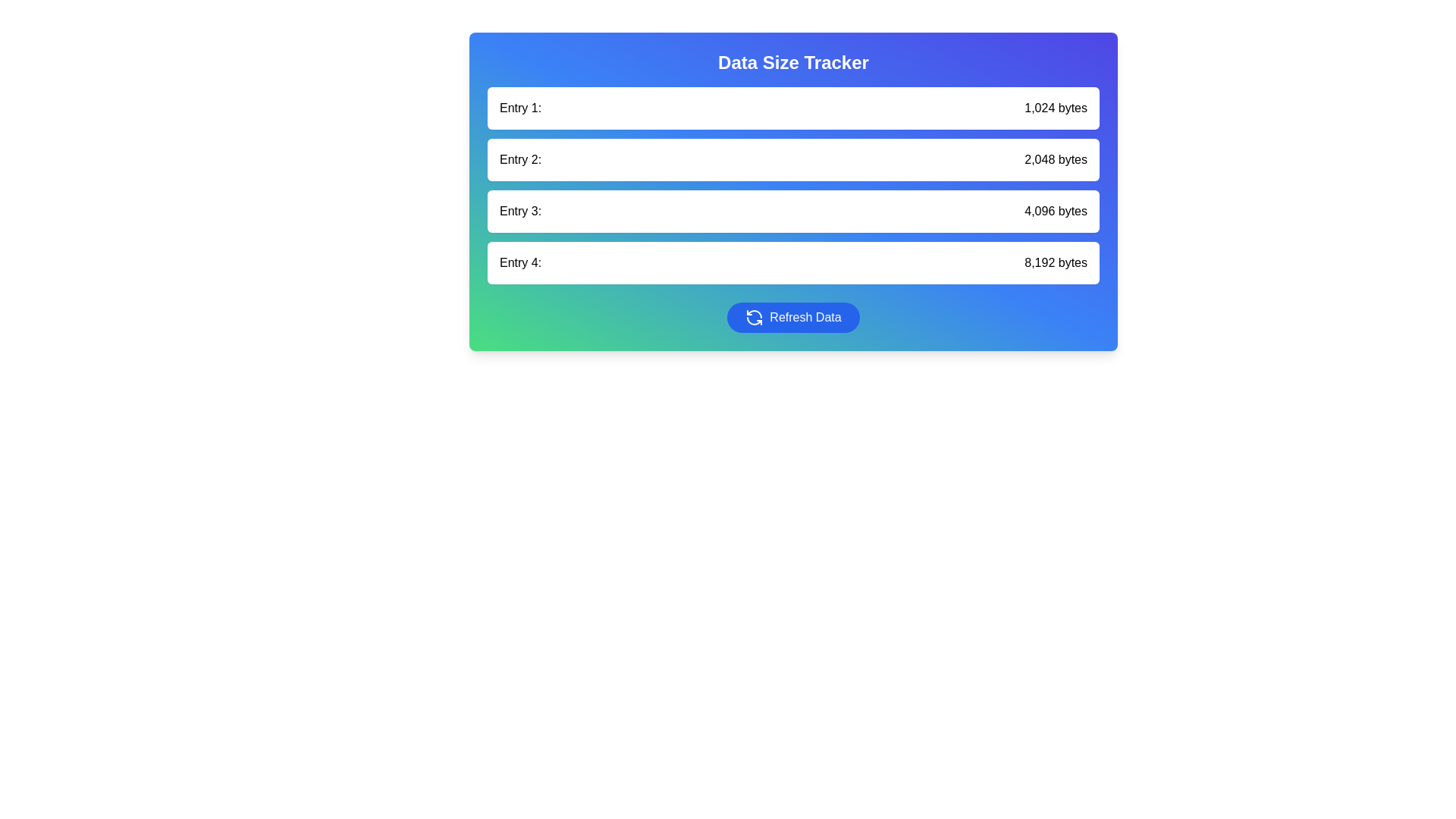  What do you see at coordinates (792, 317) in the screenshot?
I see `the 'Refresh Data' button with a blue background and white text, located at the bottom of the 'Data Size Tracker' interface` at bounding box center [792, 317].